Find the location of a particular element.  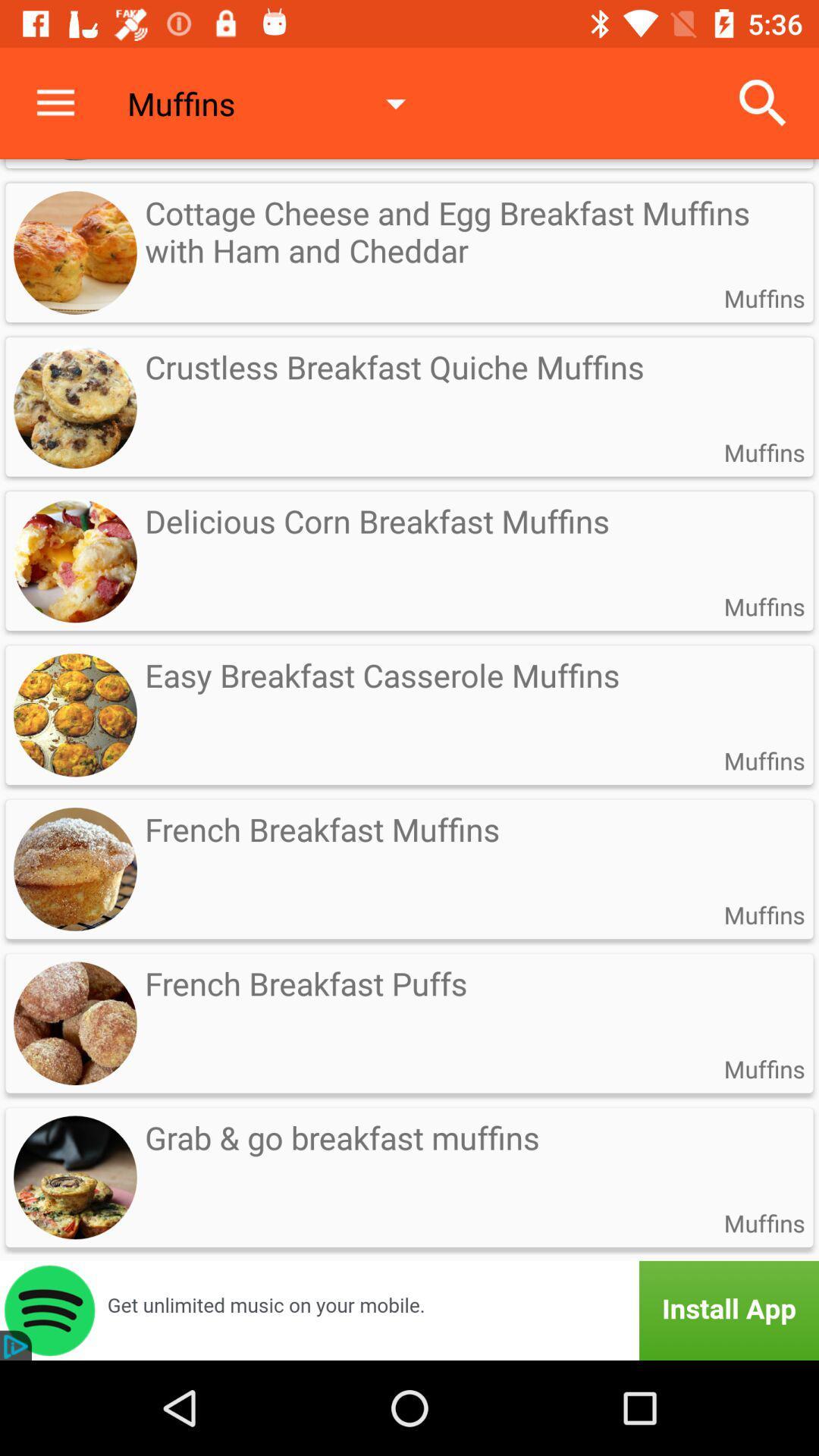

open advertisement is located at coordinates (409, 1310).